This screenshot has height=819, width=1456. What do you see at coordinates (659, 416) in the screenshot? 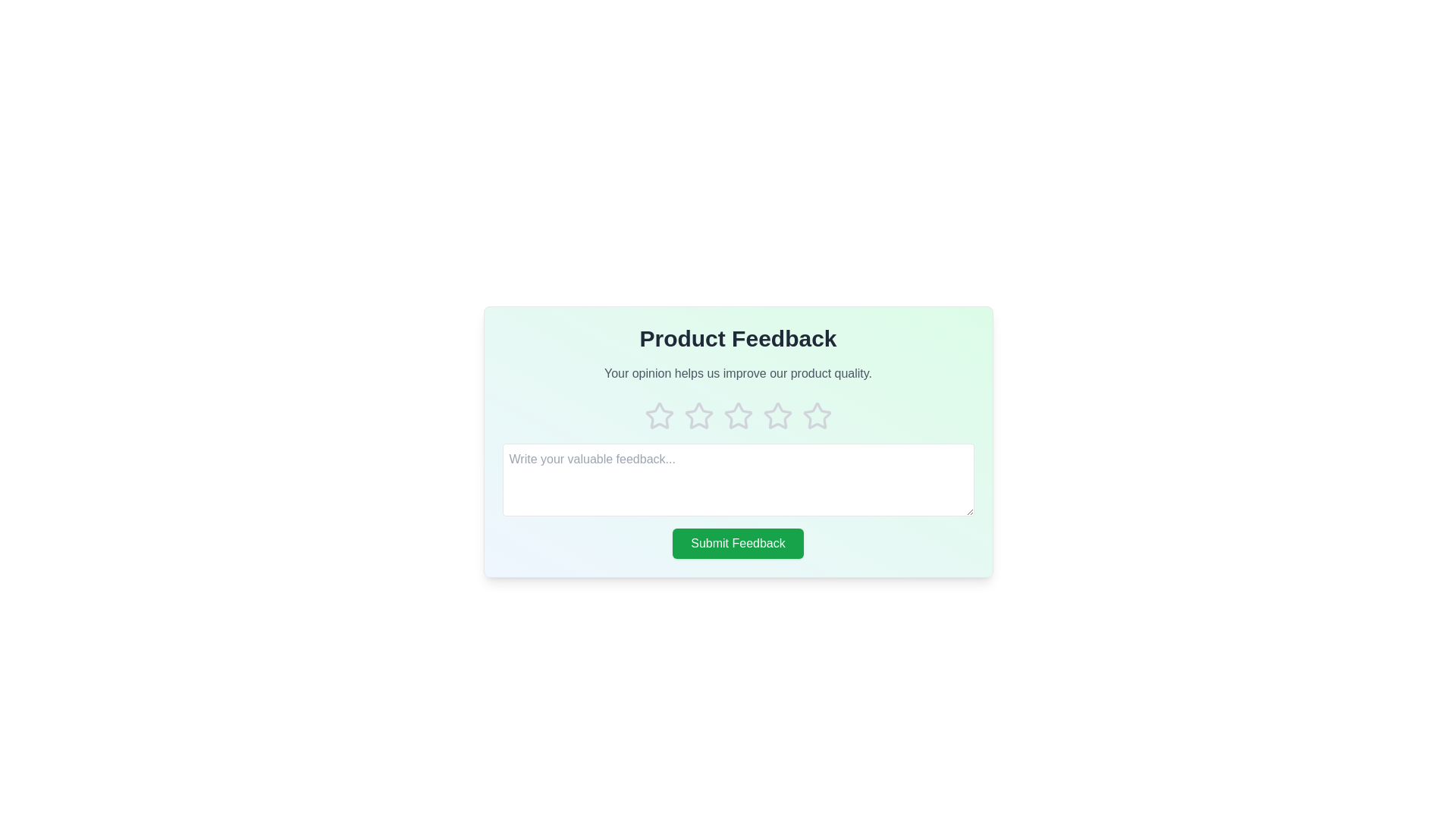
I see `the first star-shaped icon (Rating Star) in the feedback form` at bounding box center [659, 416].